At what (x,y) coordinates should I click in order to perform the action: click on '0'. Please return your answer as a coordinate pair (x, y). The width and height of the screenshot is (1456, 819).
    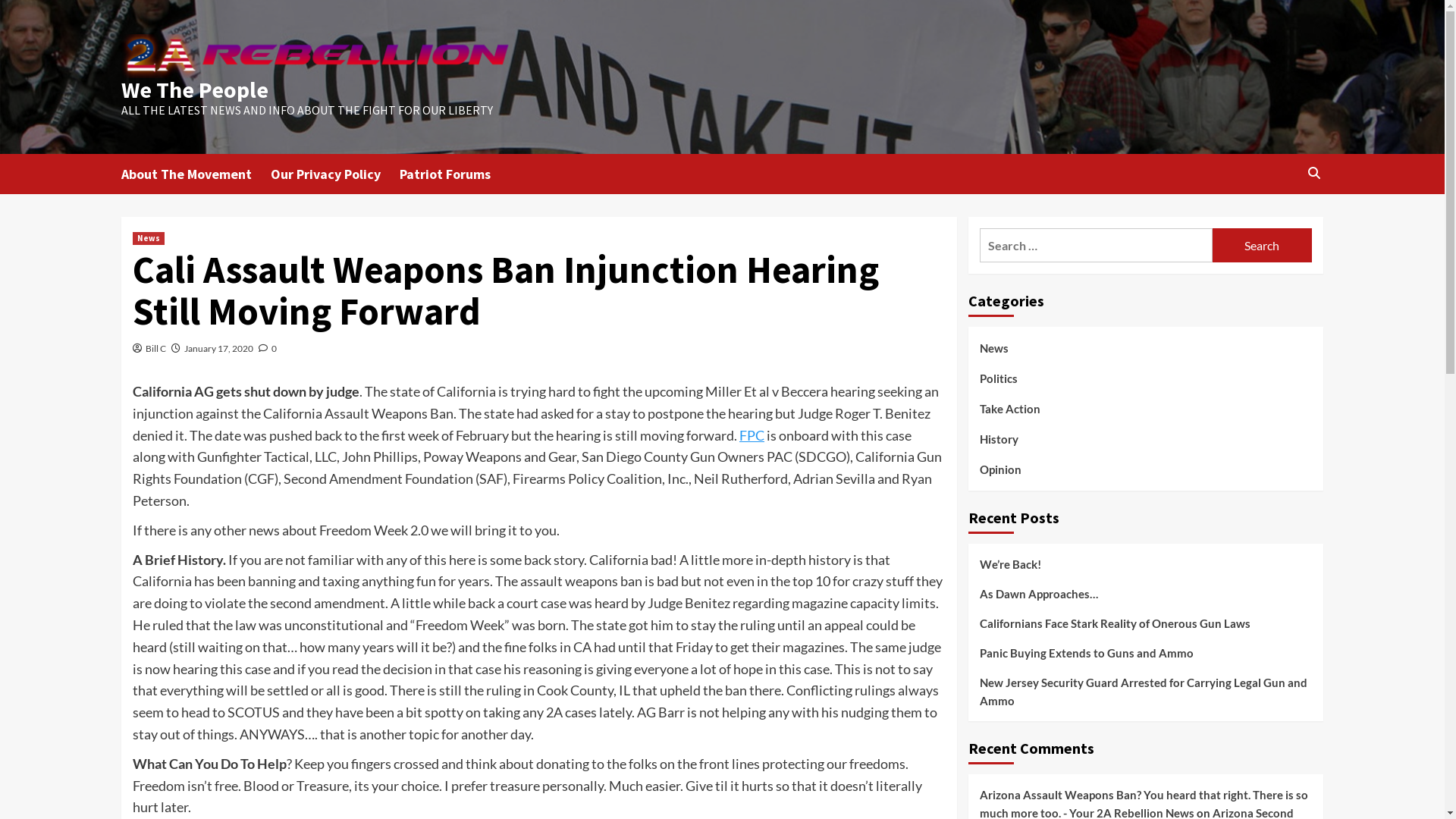
    Looking at the image, I should click on (268, 348).